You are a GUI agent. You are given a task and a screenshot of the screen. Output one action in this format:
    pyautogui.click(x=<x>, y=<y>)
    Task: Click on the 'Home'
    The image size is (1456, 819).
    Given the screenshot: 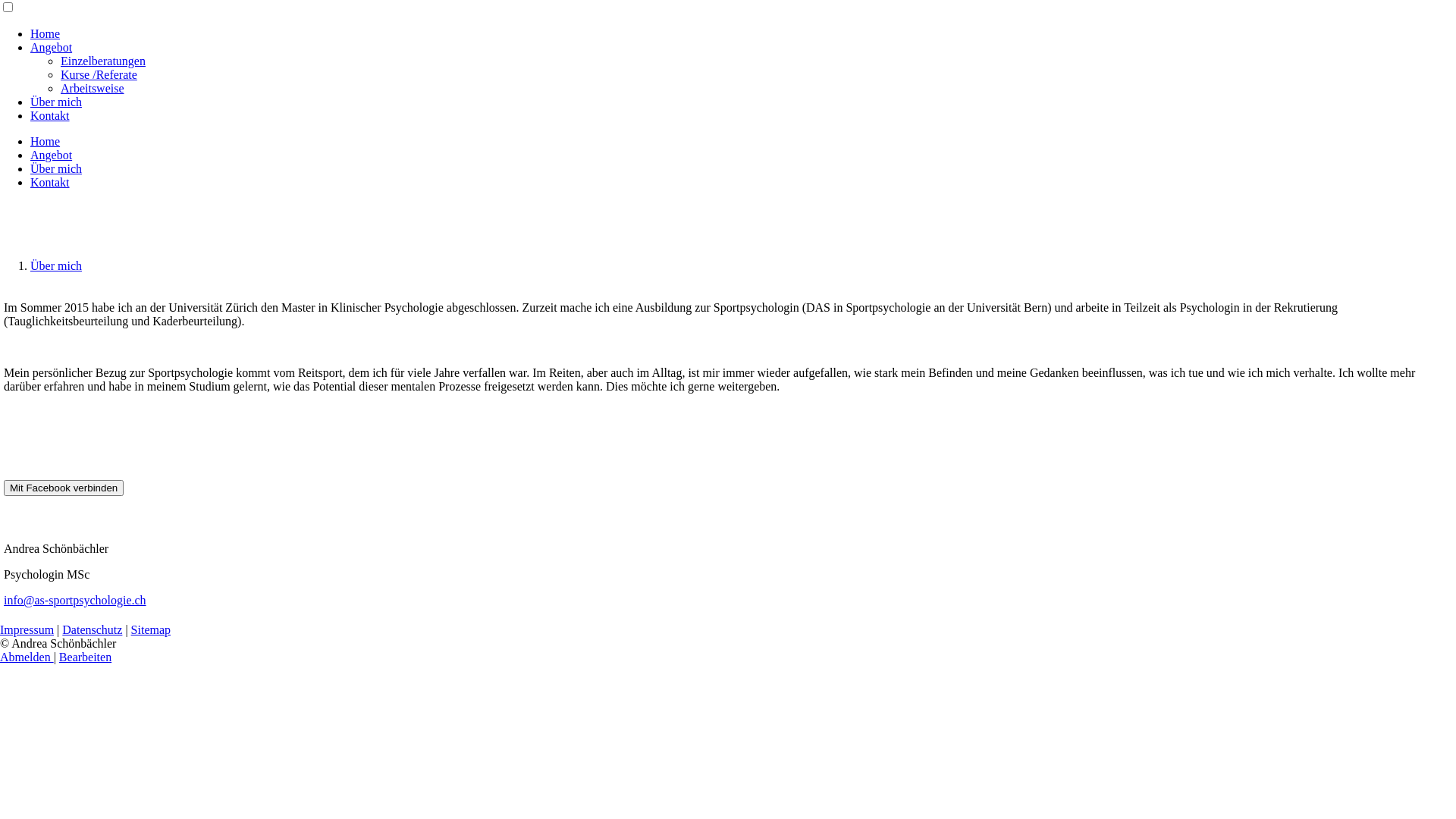 What is the action you would take?
    pyautogui.click(x=30, y=141)
    